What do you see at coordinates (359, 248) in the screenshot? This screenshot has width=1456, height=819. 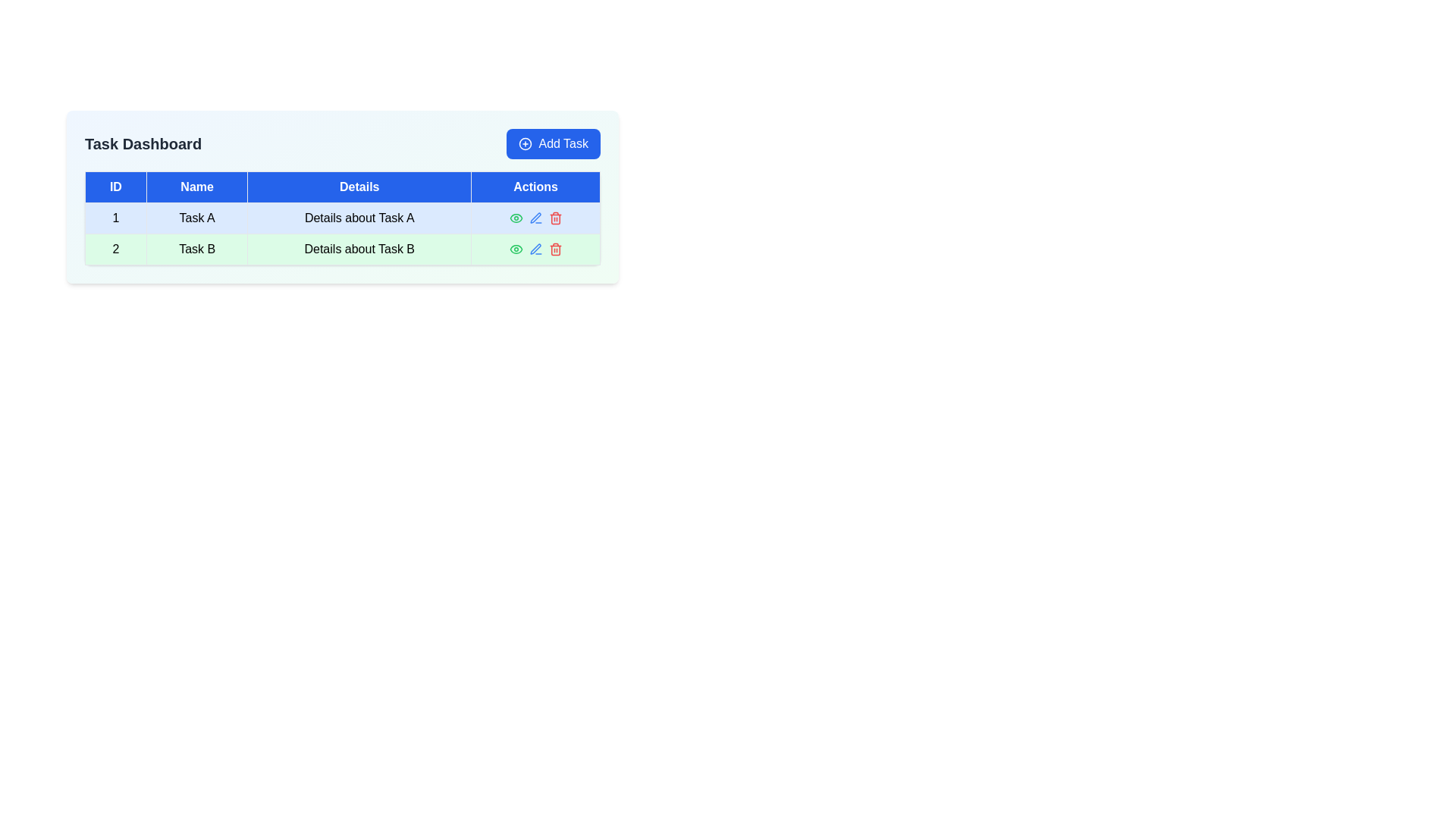 I see `the text box that contains the words 'Details about Task B', located in the third column of the second row under the header labeled 'Details'` at bounding box center [359, 248].